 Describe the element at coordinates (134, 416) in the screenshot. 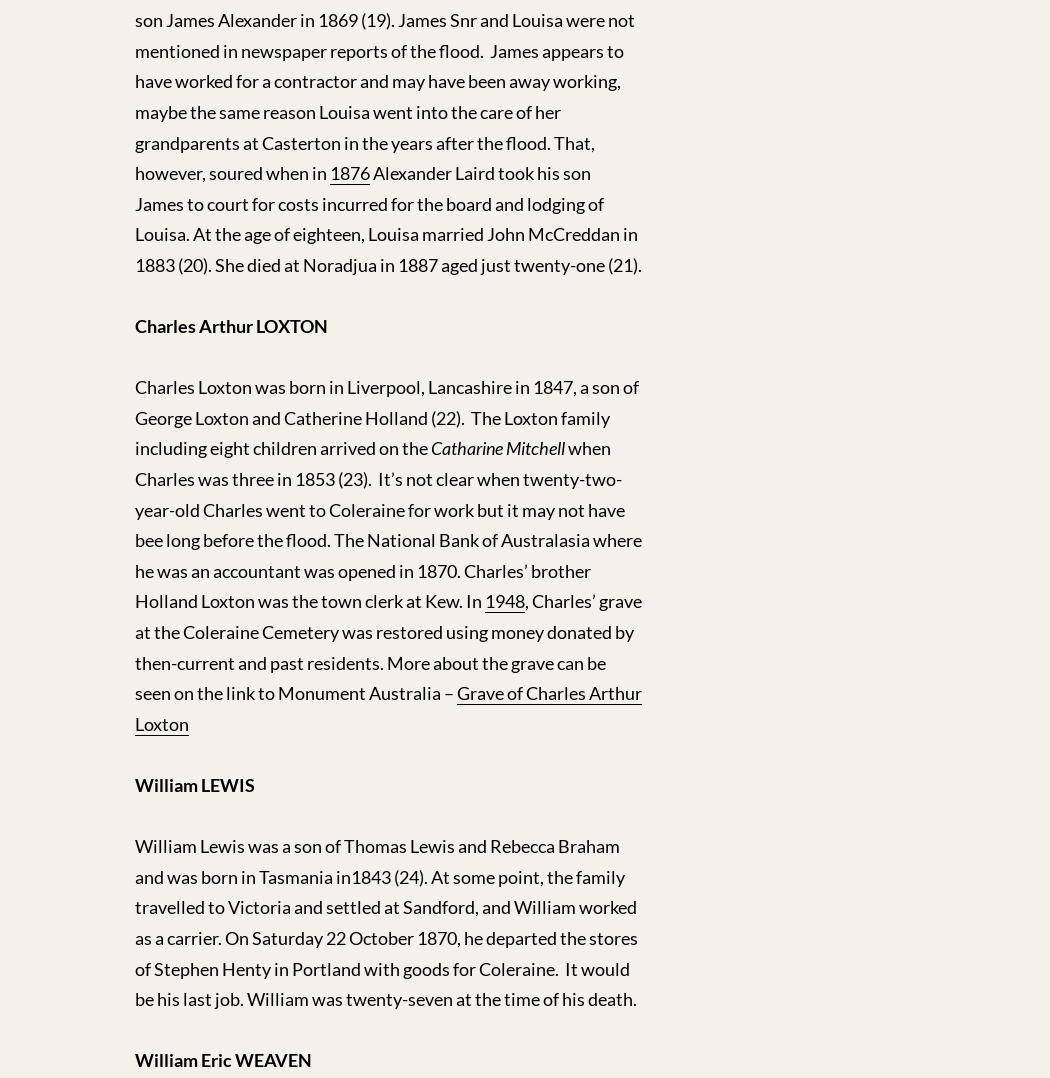

I see `'Charles Loxton was born in Liverpool, Lancashire in 1847, a son of George Loxton and Catherine Holland (22).  The Loxton family including eight children arrived on the'` at that location.